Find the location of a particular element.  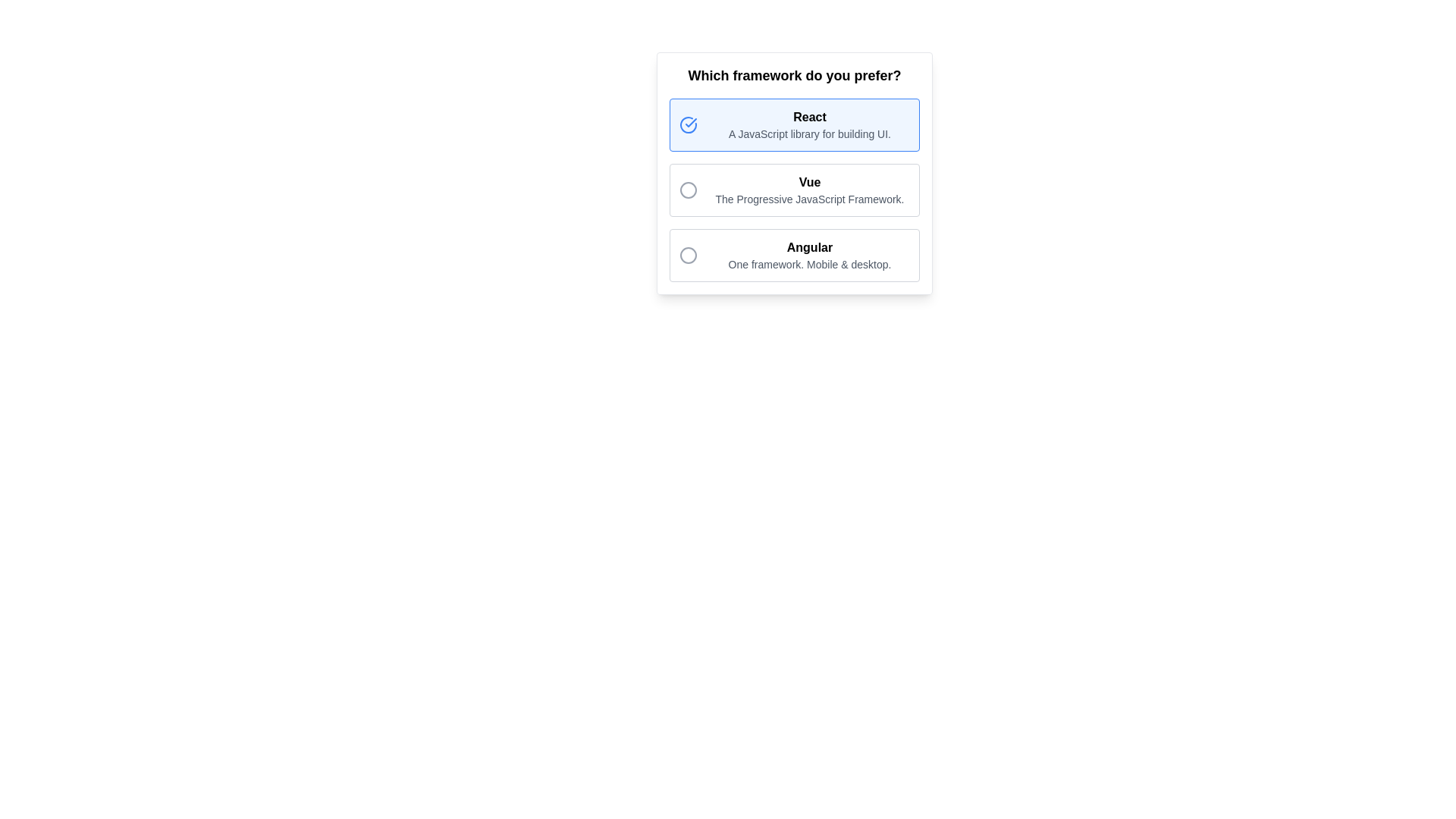

text label that describes the 'React' option located beneath the title text 'React' in the highlighted 'React' option card, centered horizontally and slightly inset from the card's edges is located at coordinates (809, 133).